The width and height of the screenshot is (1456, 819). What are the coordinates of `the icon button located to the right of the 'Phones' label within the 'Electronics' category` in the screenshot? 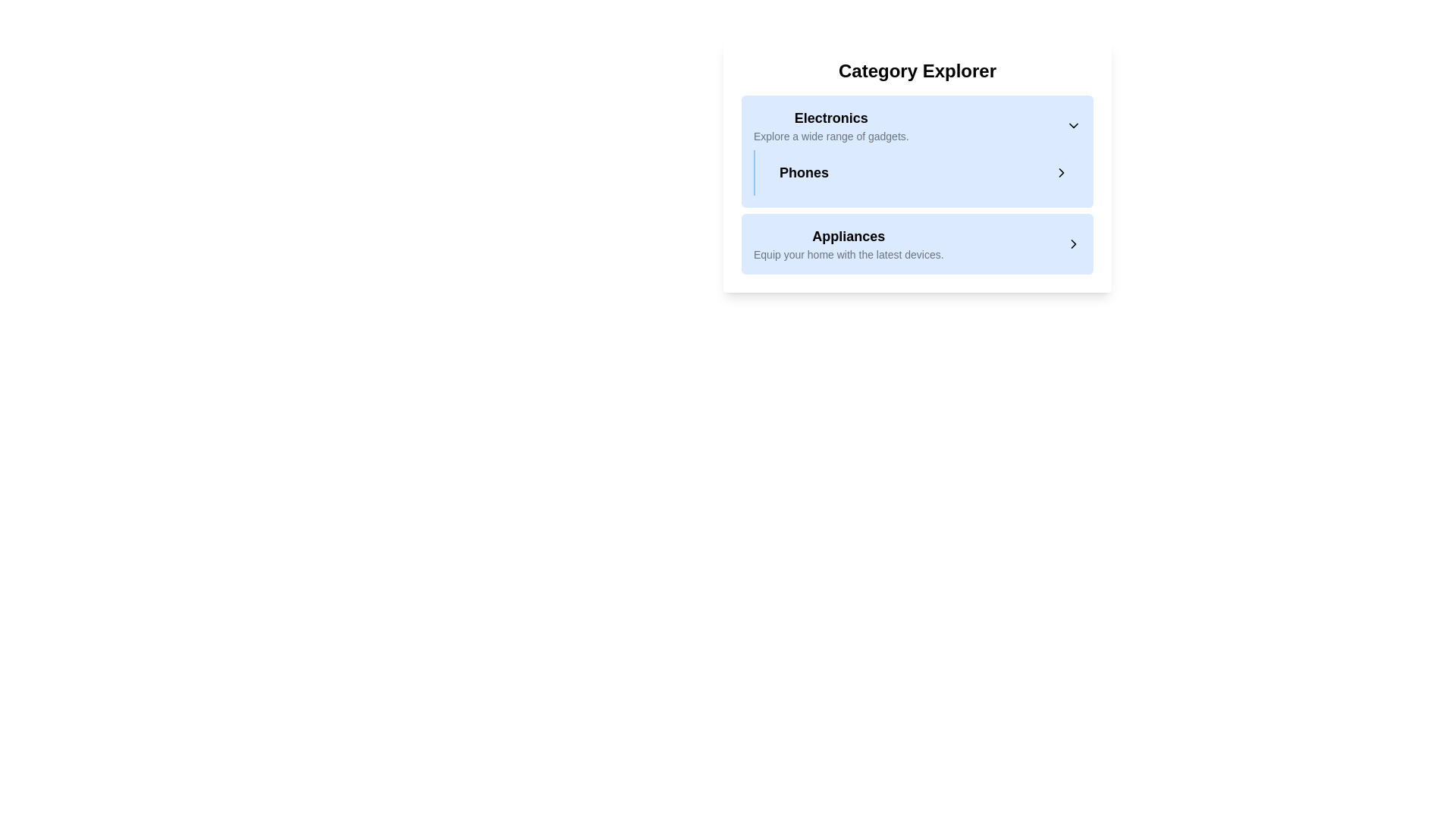 It's located at (1061, 171).